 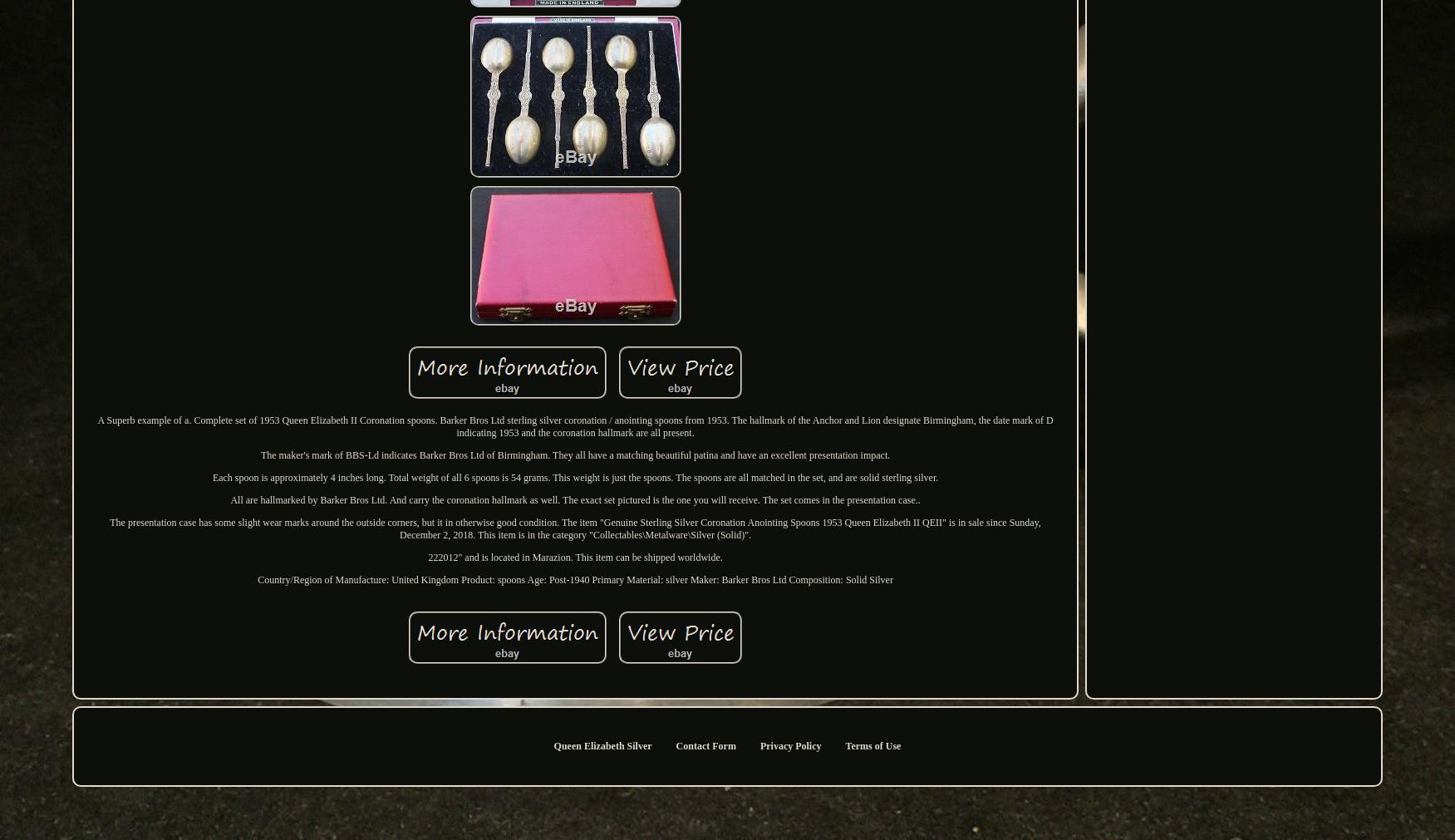 What do you see at coordinates (553, 745) in the screenshot?
I see `'Queen Elizabeth Silver'` at bounding box center [553, 745].